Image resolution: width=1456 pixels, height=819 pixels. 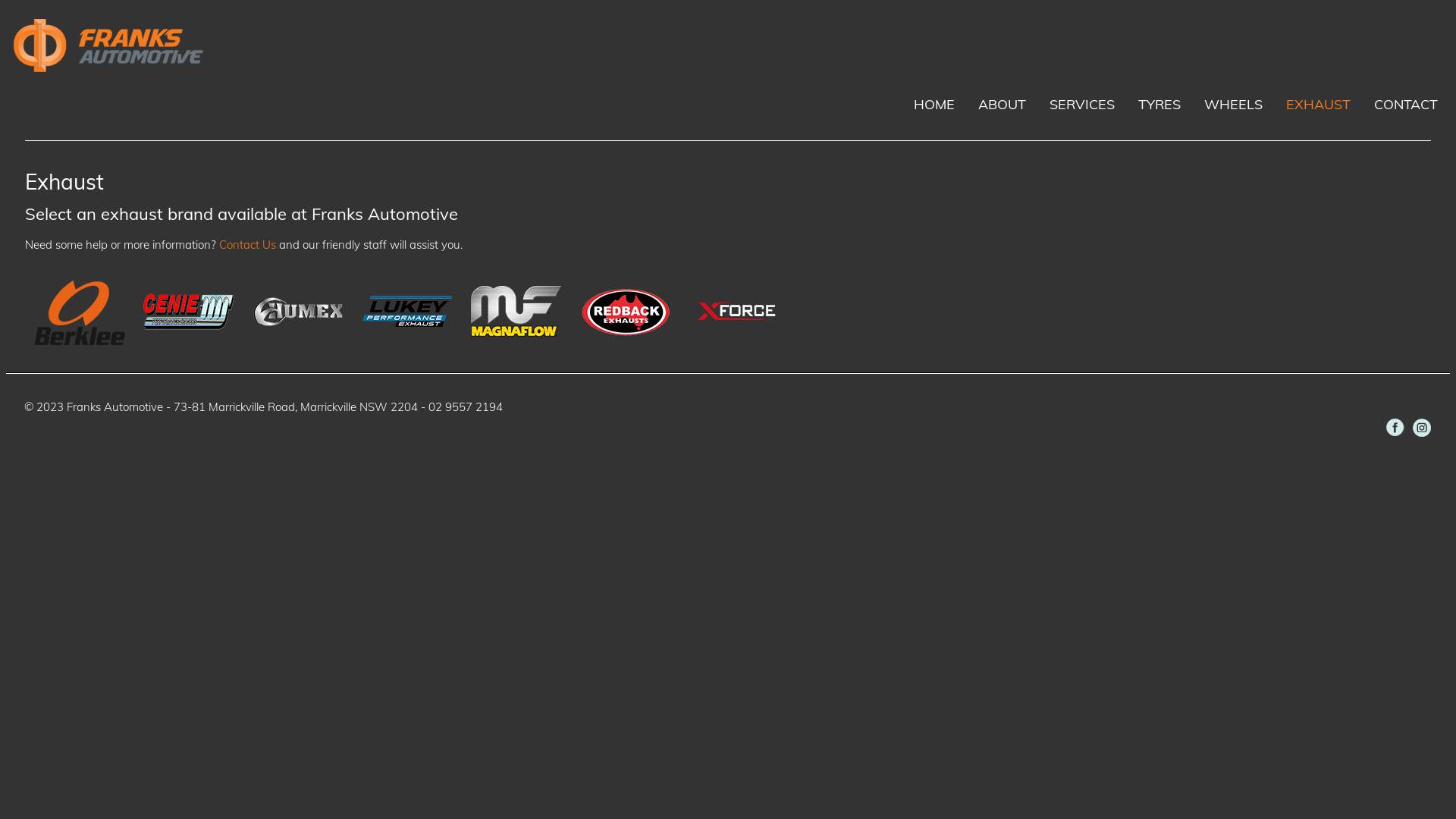 What do you see at coordinates (1421, 427) in the screenshot?
I see `'Instagram'` at bounding box center [1421, 427].